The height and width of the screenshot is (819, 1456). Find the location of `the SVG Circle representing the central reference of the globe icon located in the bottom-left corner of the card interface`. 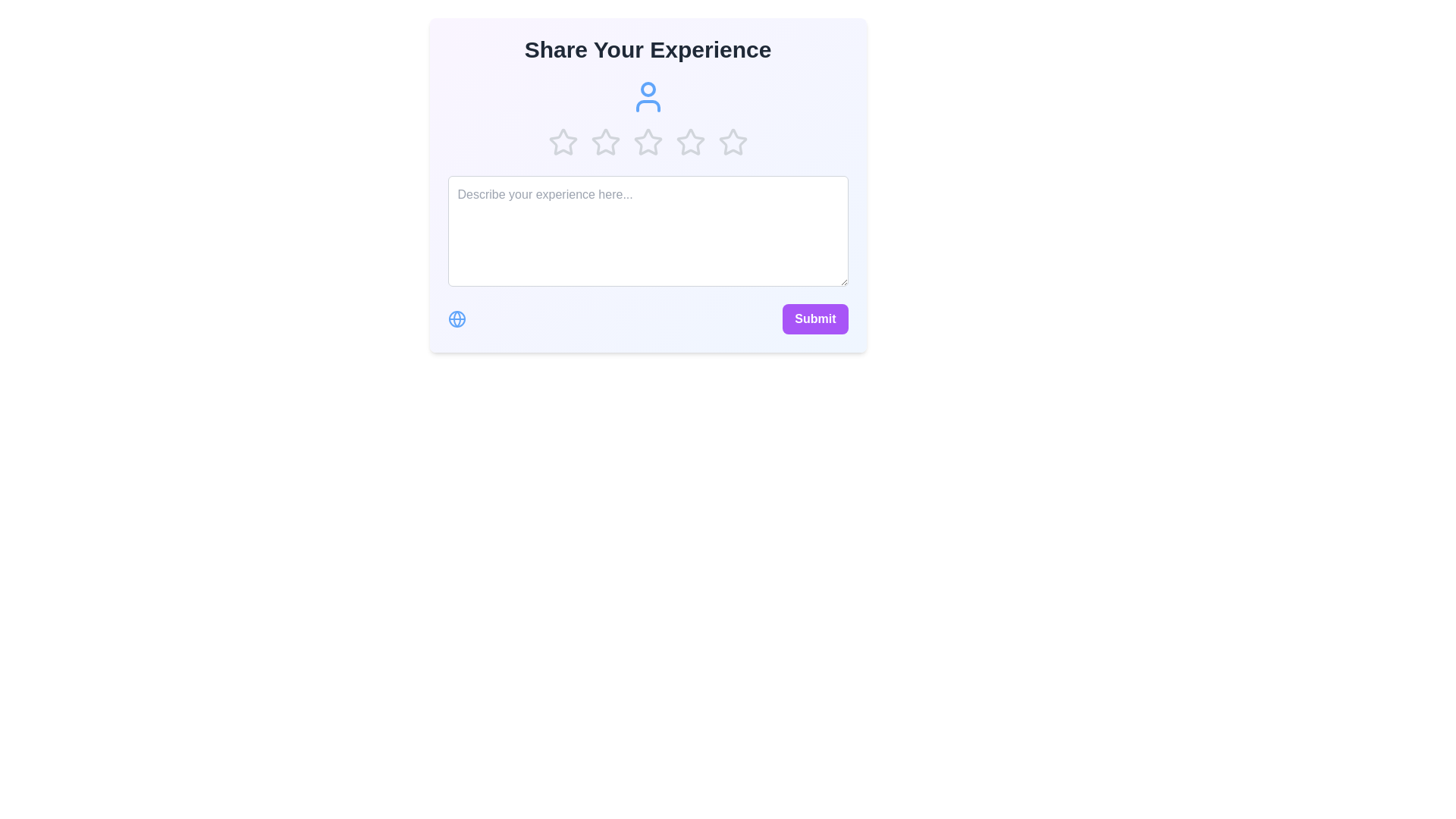

the SVG Circle representing the central reference of the globe icon located in the bottom-left corner of the card interface is located at coordinates (456, 318).